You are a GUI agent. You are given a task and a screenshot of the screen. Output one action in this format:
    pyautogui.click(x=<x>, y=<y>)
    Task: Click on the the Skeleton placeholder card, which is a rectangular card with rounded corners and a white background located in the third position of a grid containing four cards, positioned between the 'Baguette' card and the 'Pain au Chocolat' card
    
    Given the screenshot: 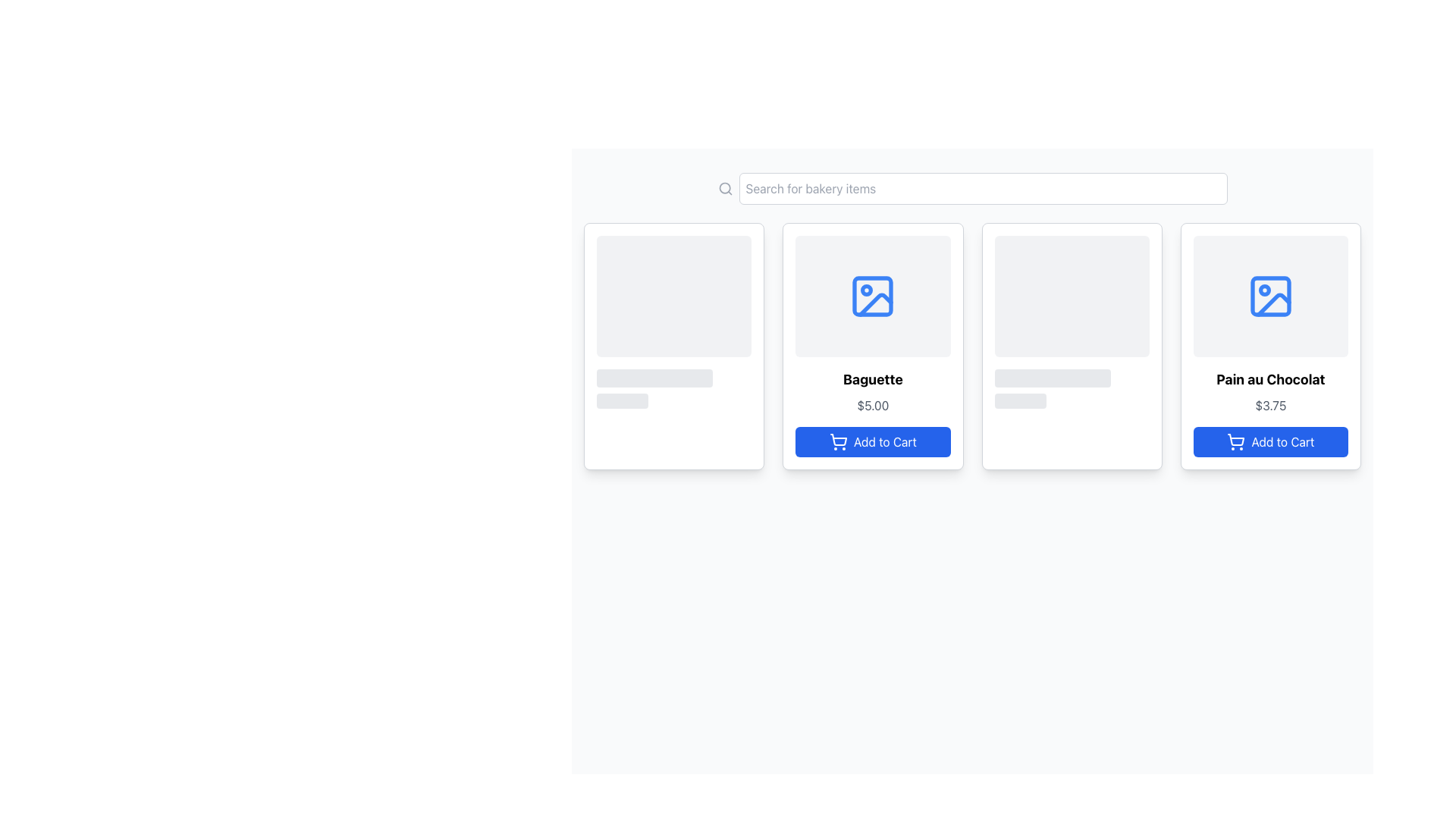 What is the action you would take?
    pyautogui.click(x=1071, y=346)
    